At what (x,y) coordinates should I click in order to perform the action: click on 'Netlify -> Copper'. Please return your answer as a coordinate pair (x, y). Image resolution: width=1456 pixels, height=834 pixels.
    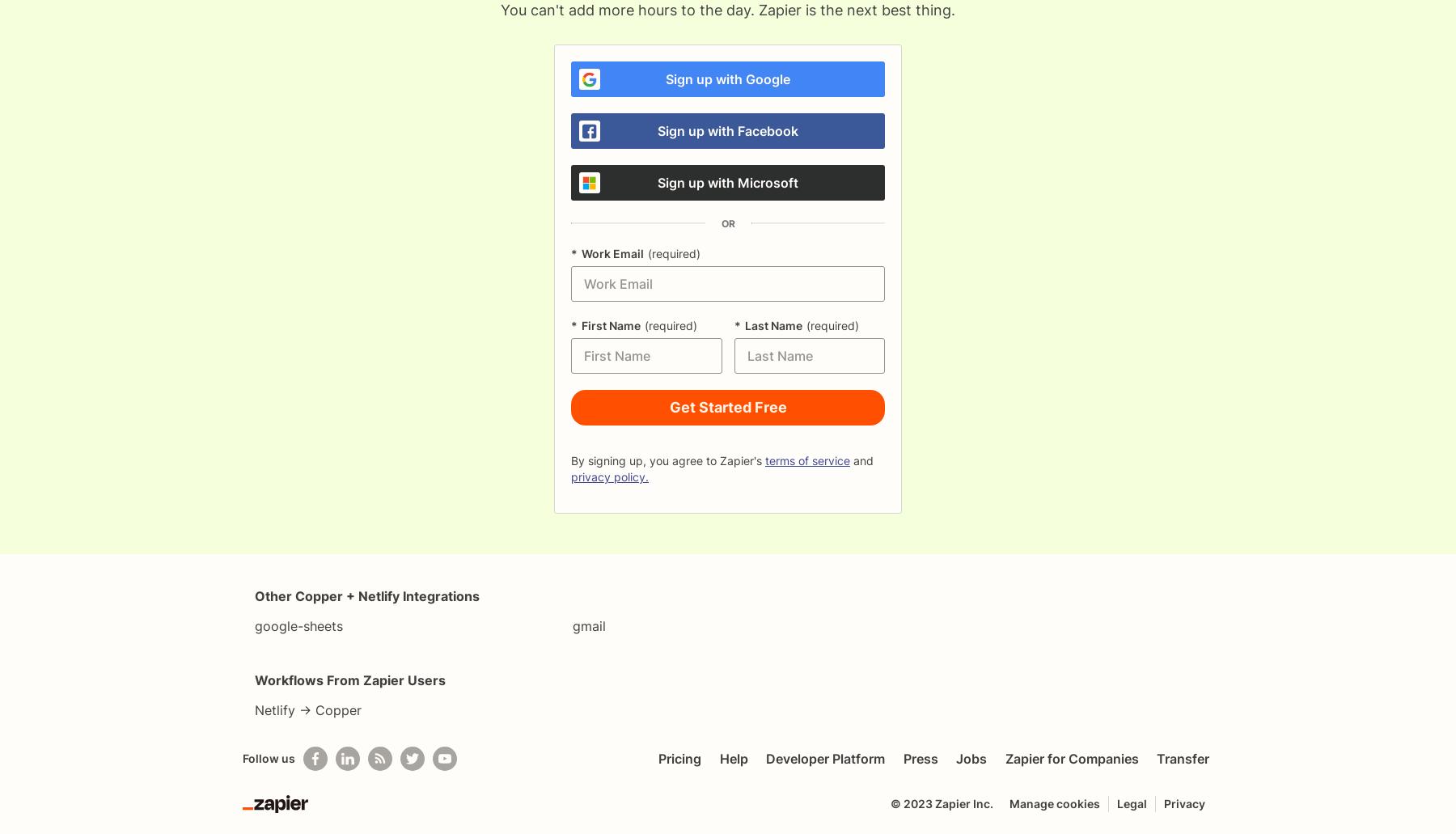
    Looking at the image, I should click on (308, 709).